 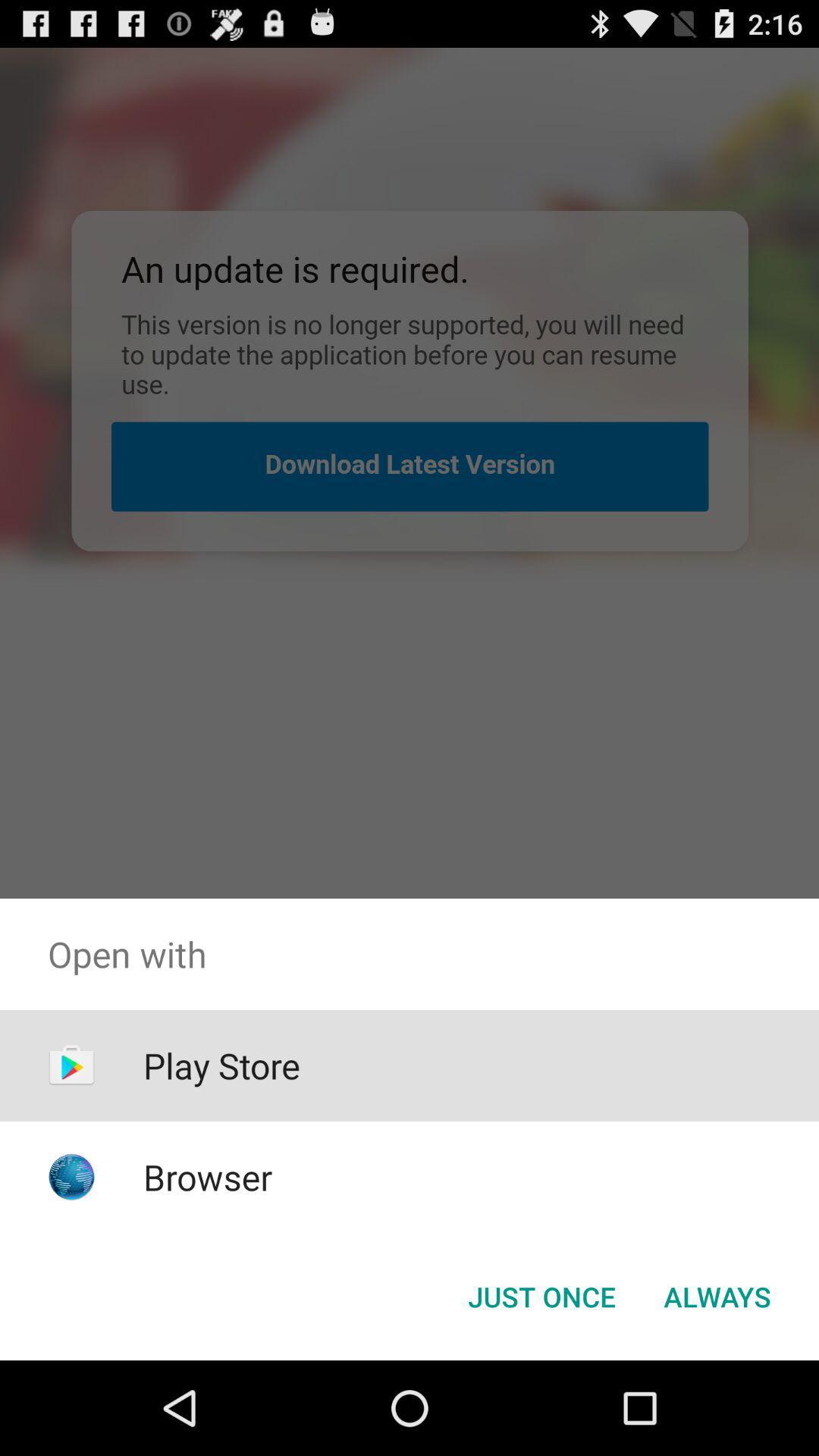 What do you see at coordinates (717, 1295) in the screenshot?
I see `item at the bottom right corner` at bounding box center [717, 1295].